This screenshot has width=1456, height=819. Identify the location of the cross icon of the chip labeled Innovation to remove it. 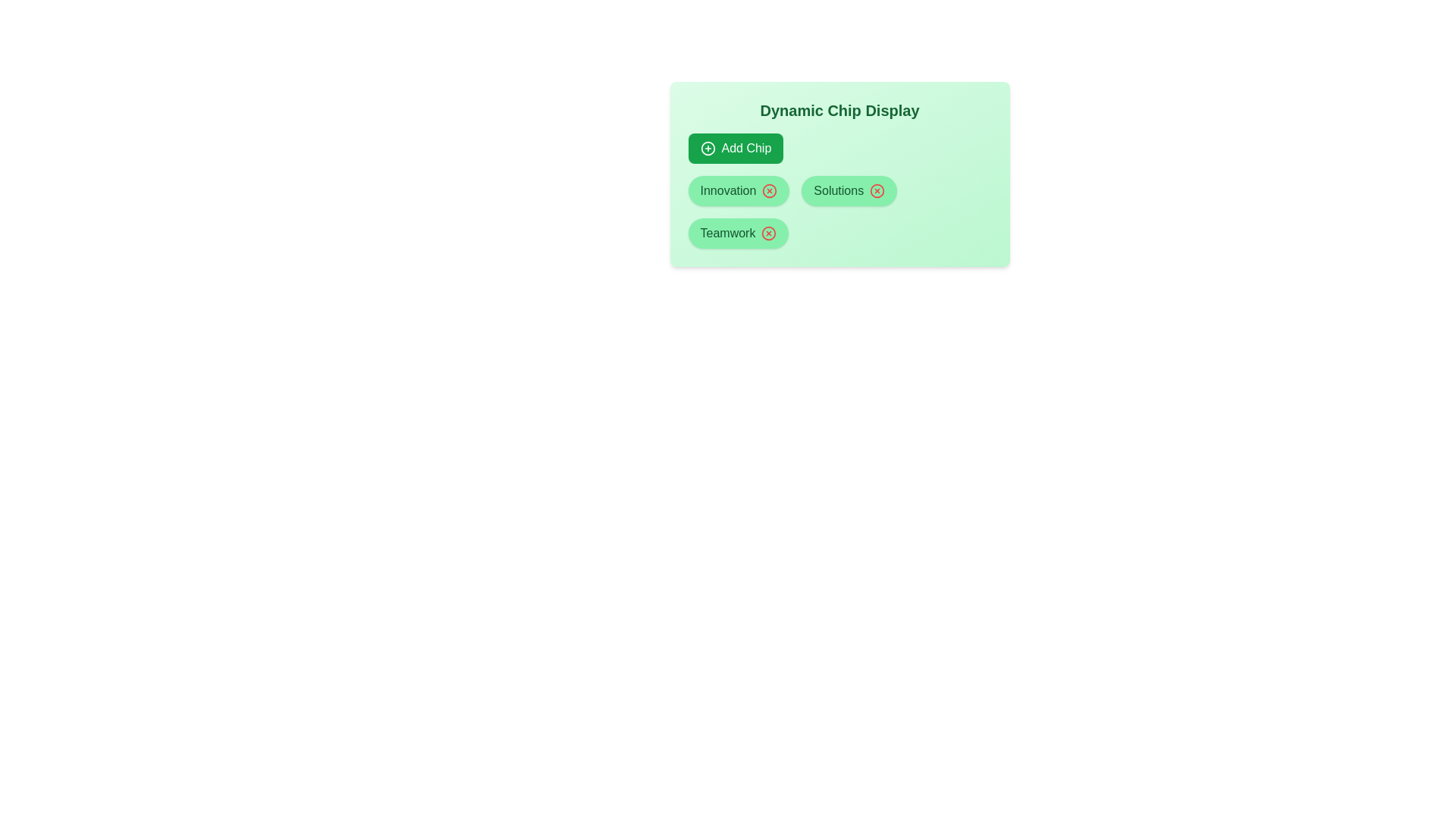
(770, 190).